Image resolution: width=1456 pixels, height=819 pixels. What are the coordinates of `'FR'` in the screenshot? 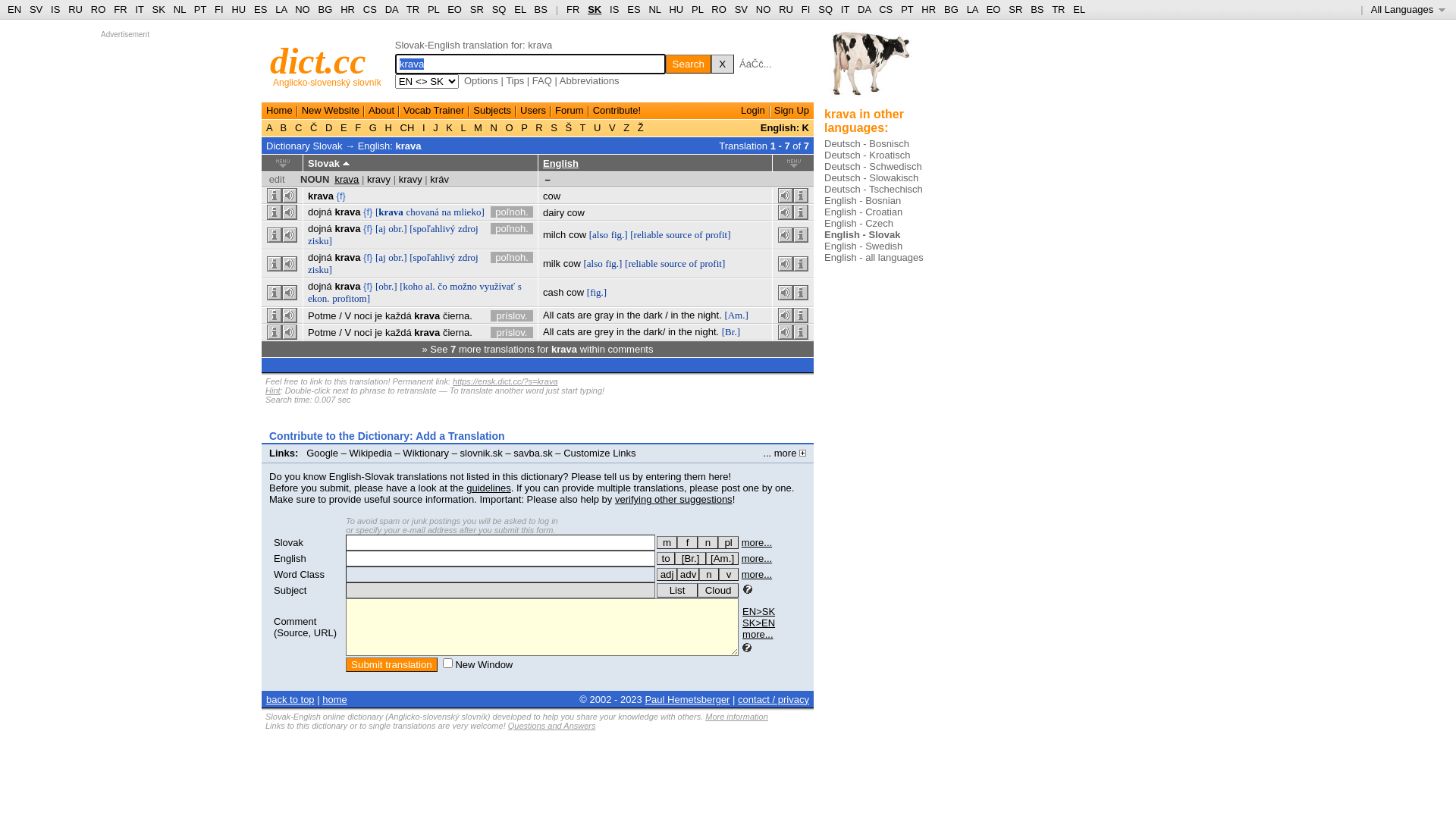 It's located at (572, 9).